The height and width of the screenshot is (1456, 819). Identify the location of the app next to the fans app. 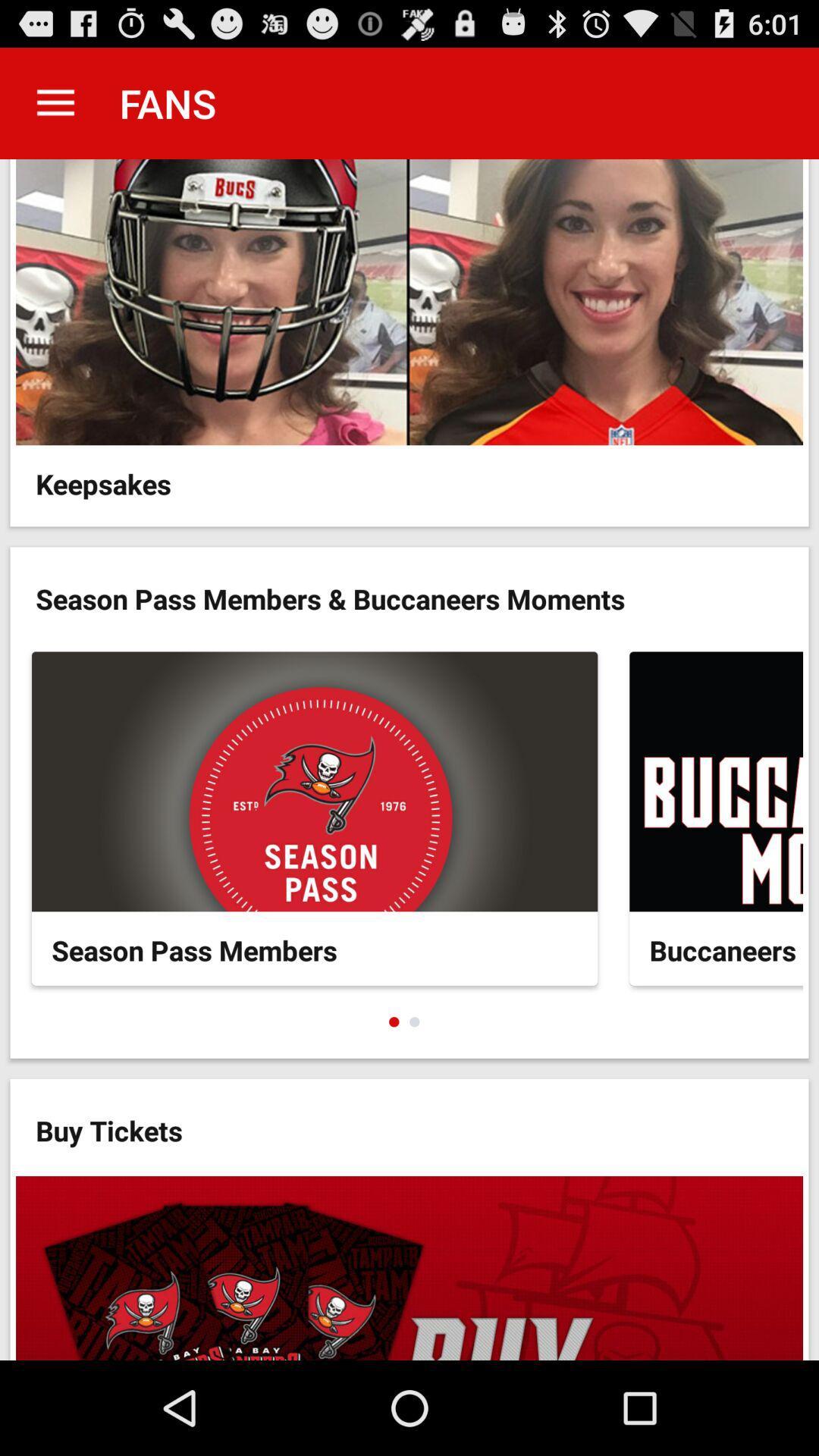
(55, 102).